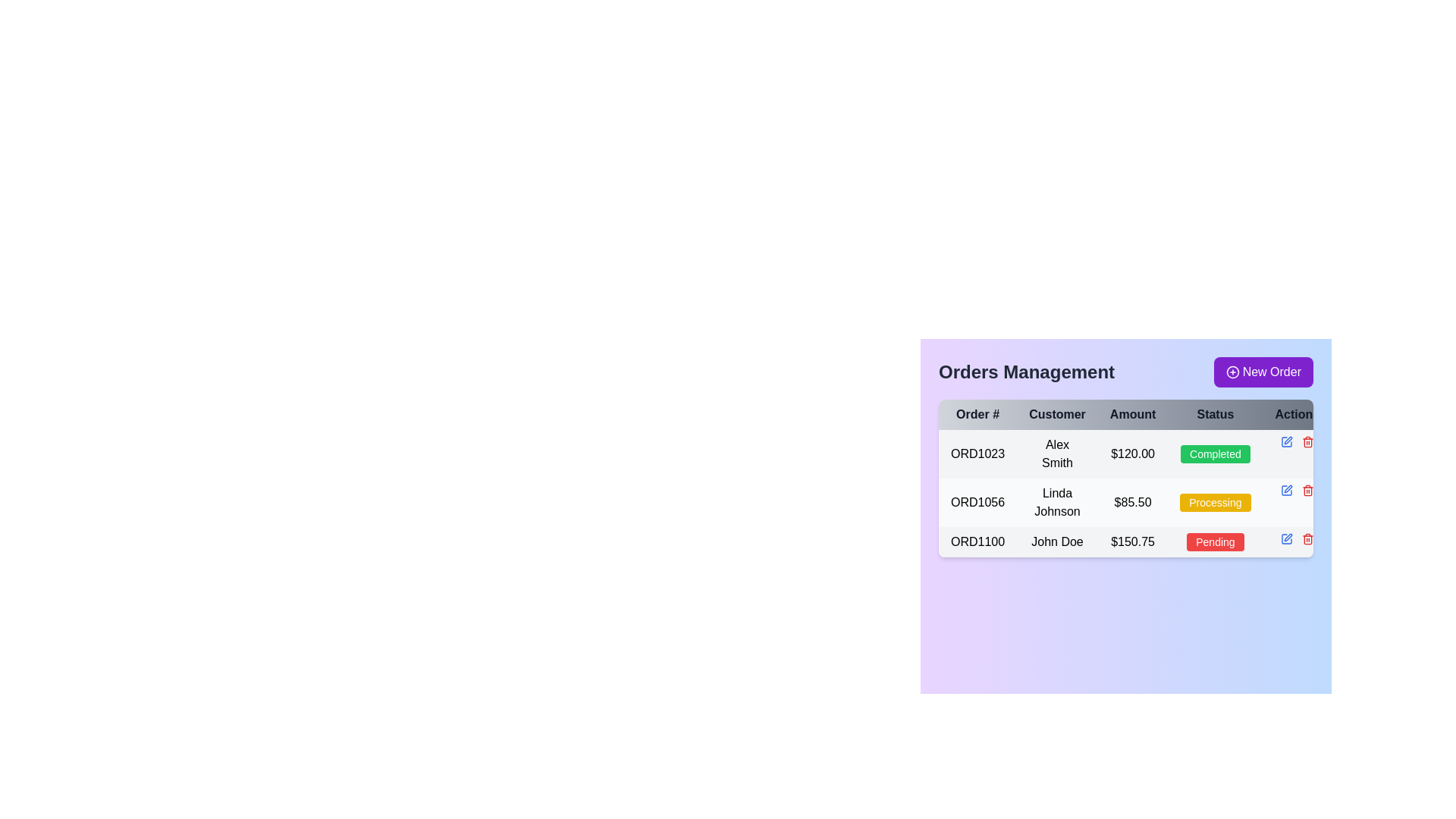 The height and width of the screenshot is (819, 1456). What do you see at coordinates (1232, 372) in the screenshot?
I see `the circular purple icon that is part of the 'New Order' button located at the upper-right corner of the orders management panel` at bounding box center [1232, 372].